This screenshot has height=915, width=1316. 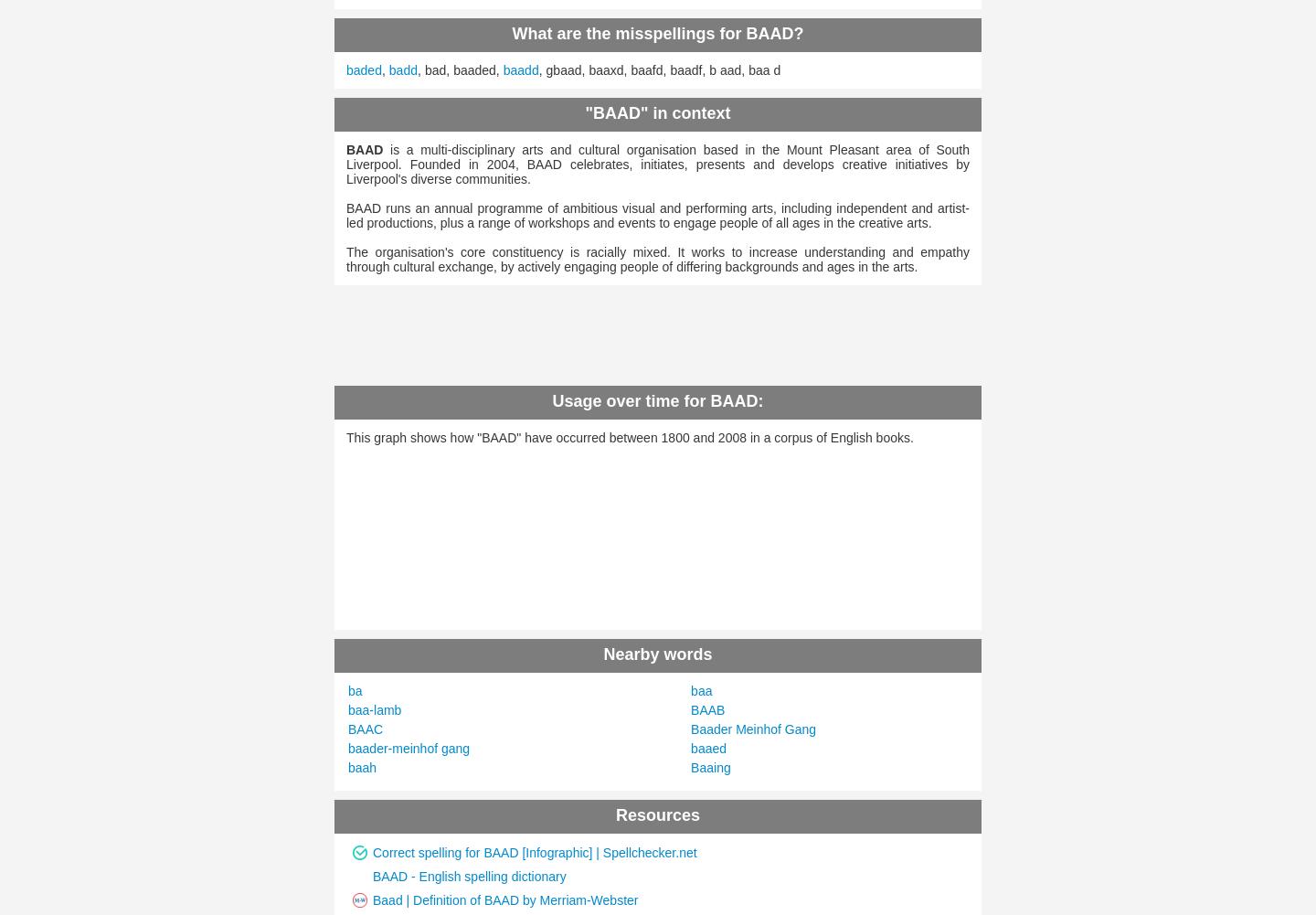 What do you see at coordinates (657, 814) in the screenshot?
I see `'Resources'` at bounding box center [657, 814].